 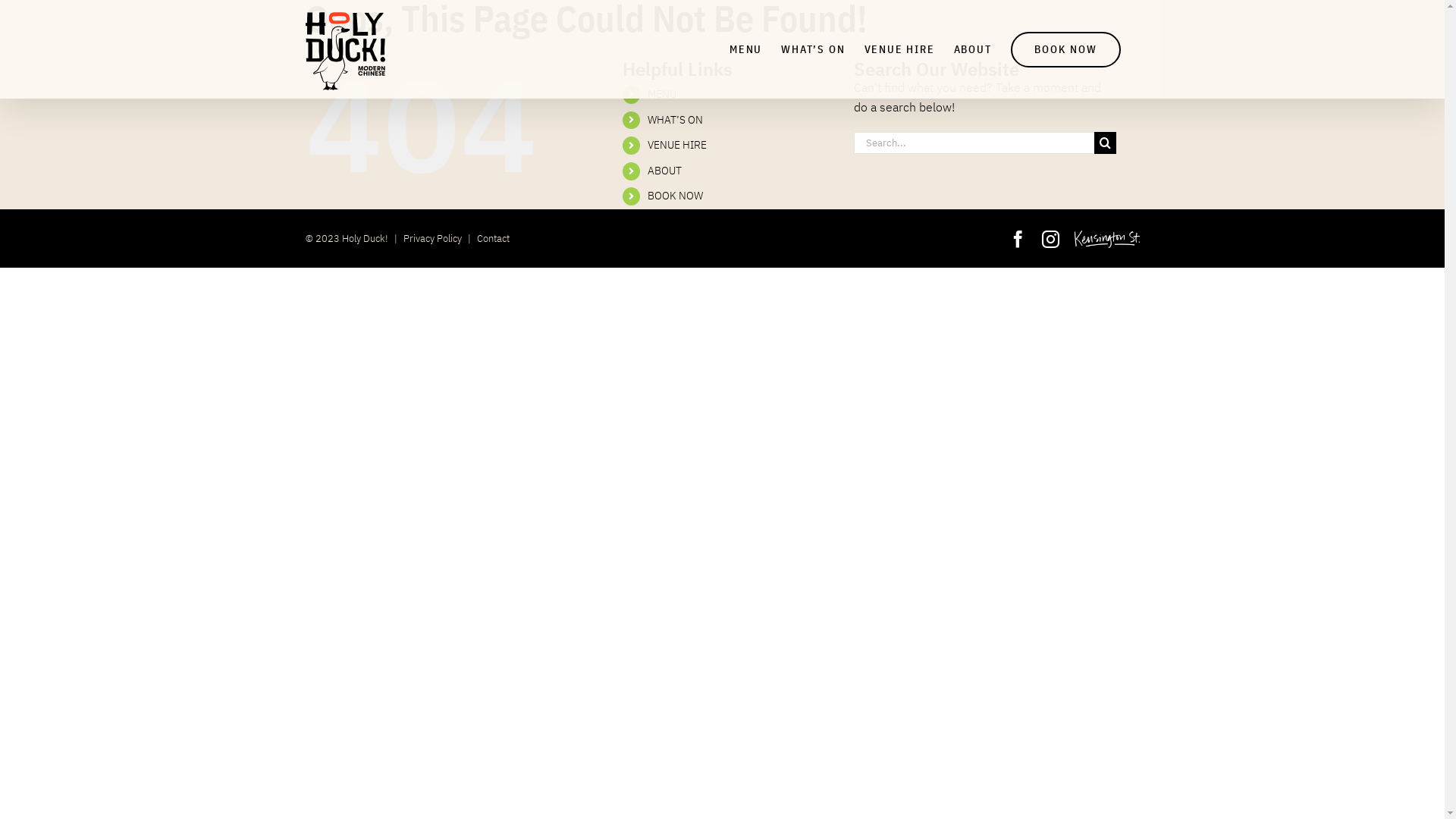 What do you see at coordinates (674, 195) in the screenshot?
I see `'BOOK NOW'` at bounding box center [674, 195].